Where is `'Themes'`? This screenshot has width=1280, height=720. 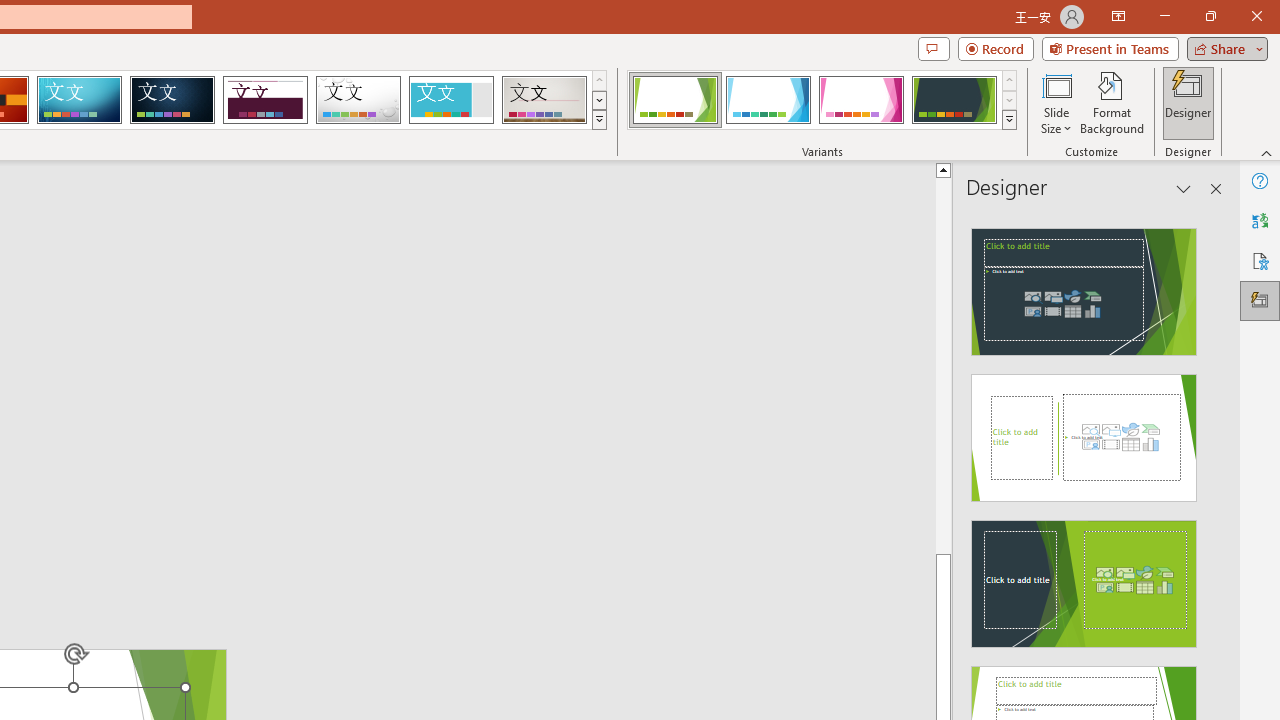 'Themes' is located at coordinates (598, 120).